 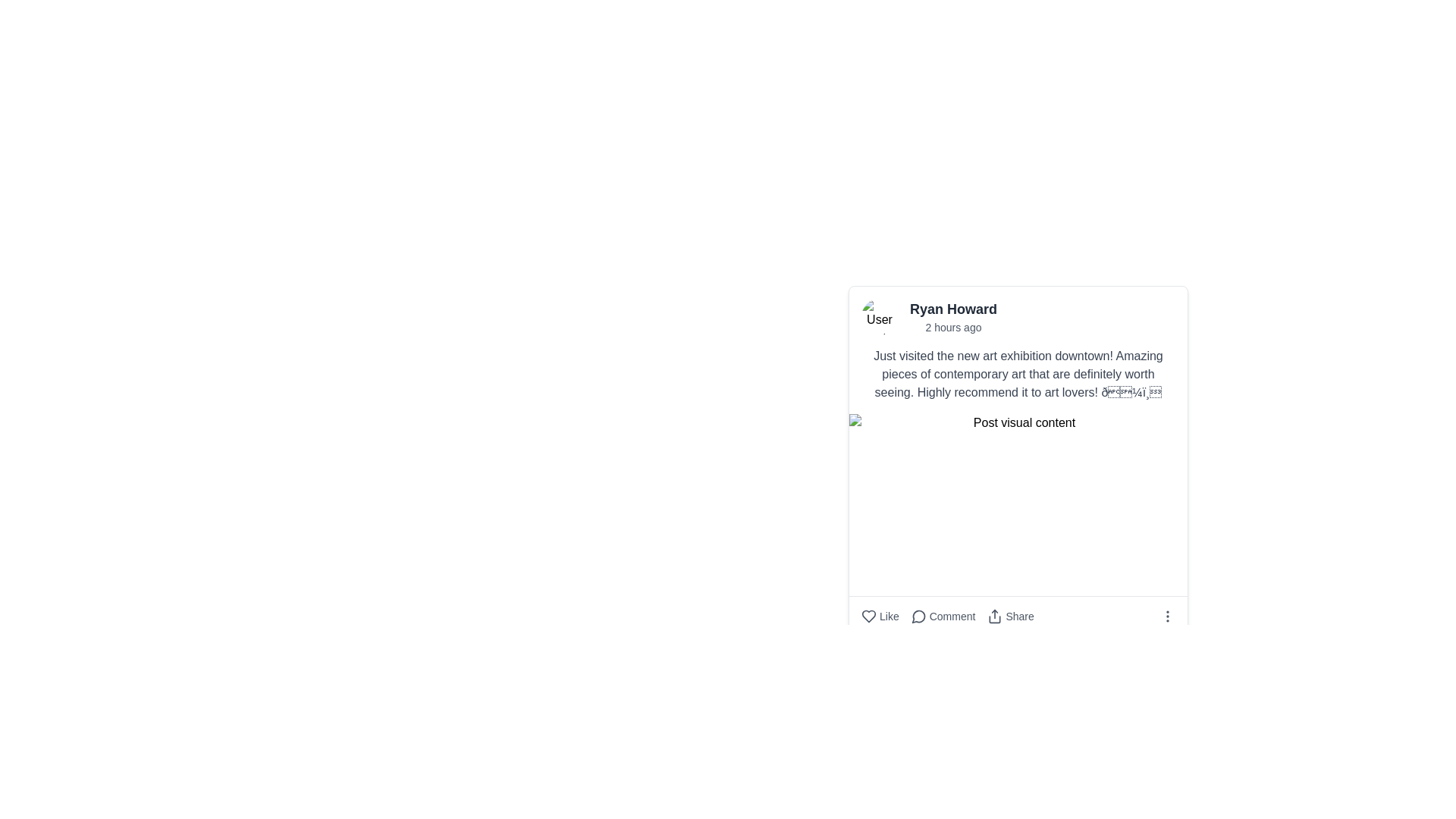 What do you see at coordinates (1167, 617) in the screenshot?
I see `the vertical ellipsis icon button, which consists of three vertically aligned dots and is located at the far-right end of the toolbar below the post content` at bounding box center [1167, 617].